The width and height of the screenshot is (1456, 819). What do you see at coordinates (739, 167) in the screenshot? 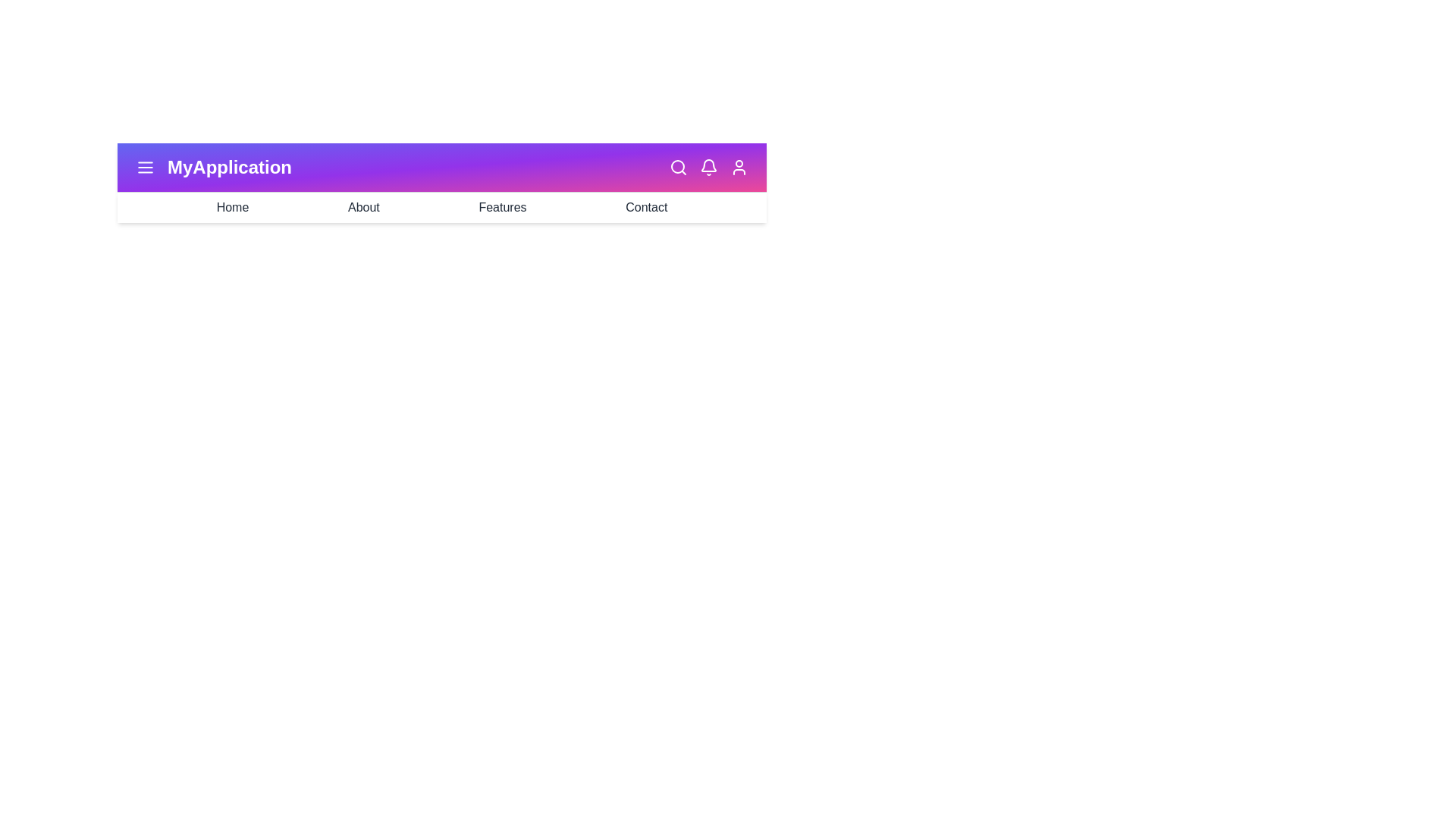
I see `the user icon to view user options` at bounding box center [739, 167].